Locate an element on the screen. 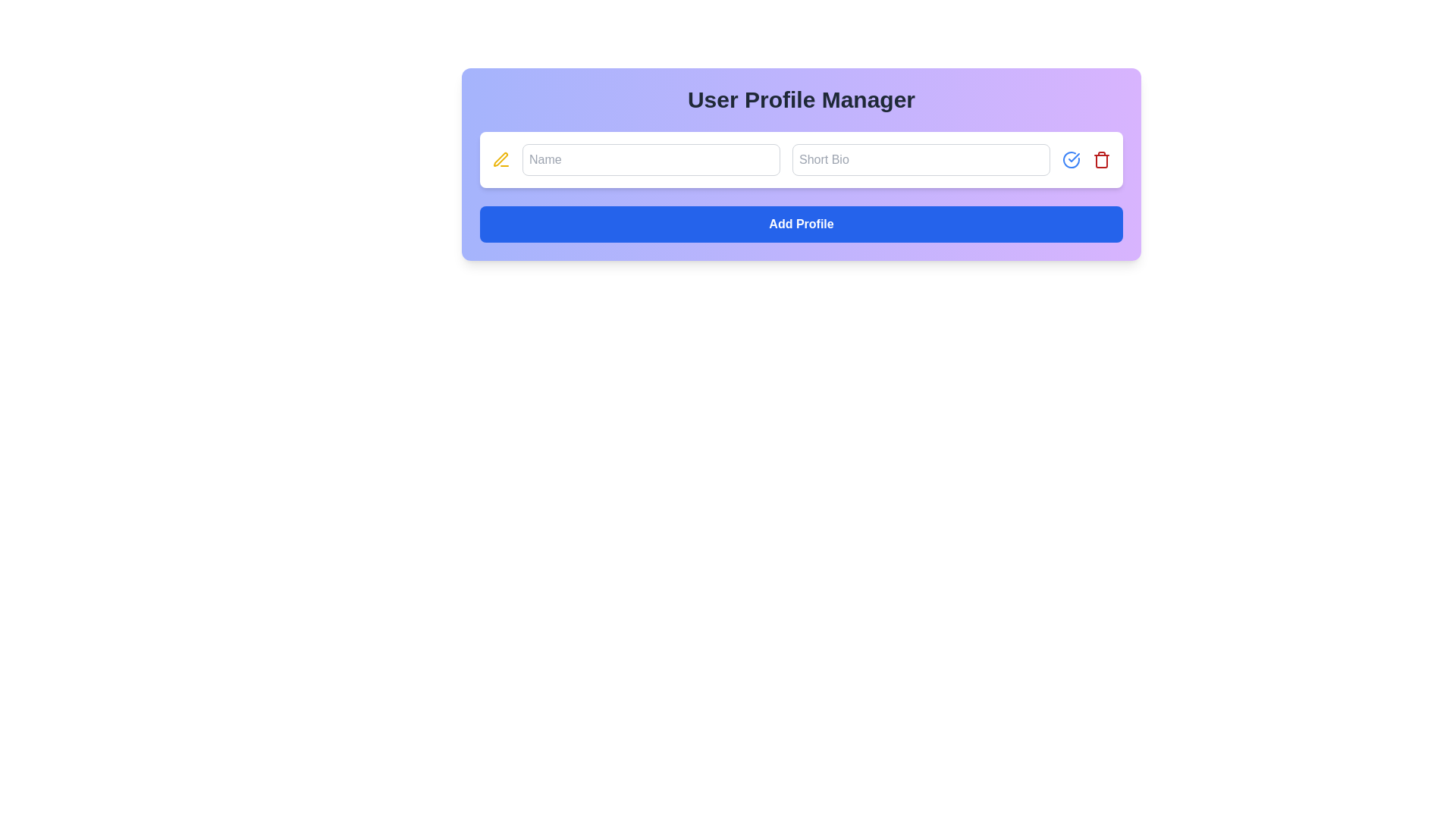 Image resolution: width=1456 pixels, height=819 pixels. the yellow filled pen icon within the profile manager interface, located to the left of the 'Name' input field is located at coordinates (500, 159).